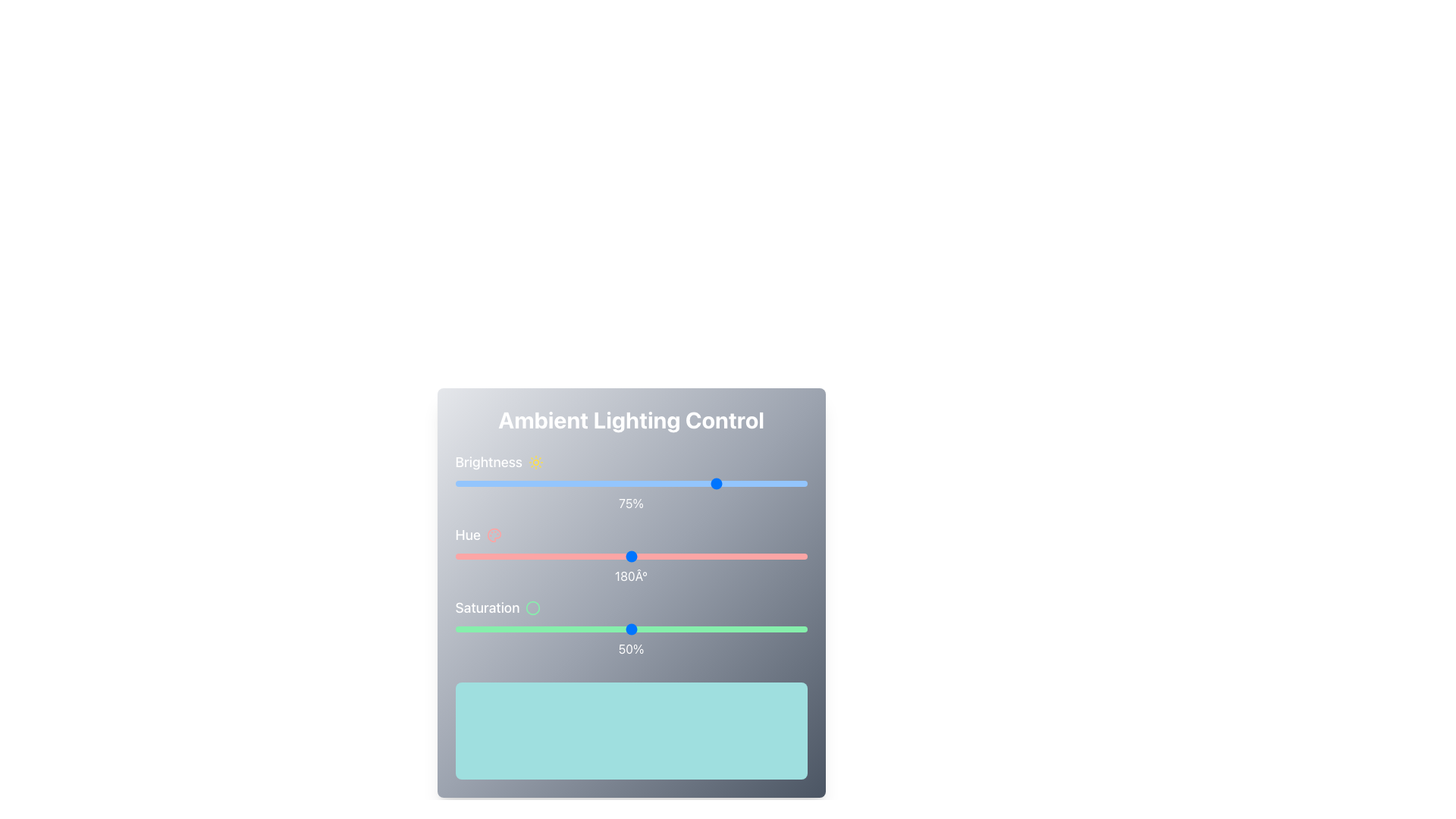 The width and height of the screenshot is (1456, 819). What do you see at coordinates (718, 629) in the screenshot?
I see `saturation` at bounding box center [718, 629].